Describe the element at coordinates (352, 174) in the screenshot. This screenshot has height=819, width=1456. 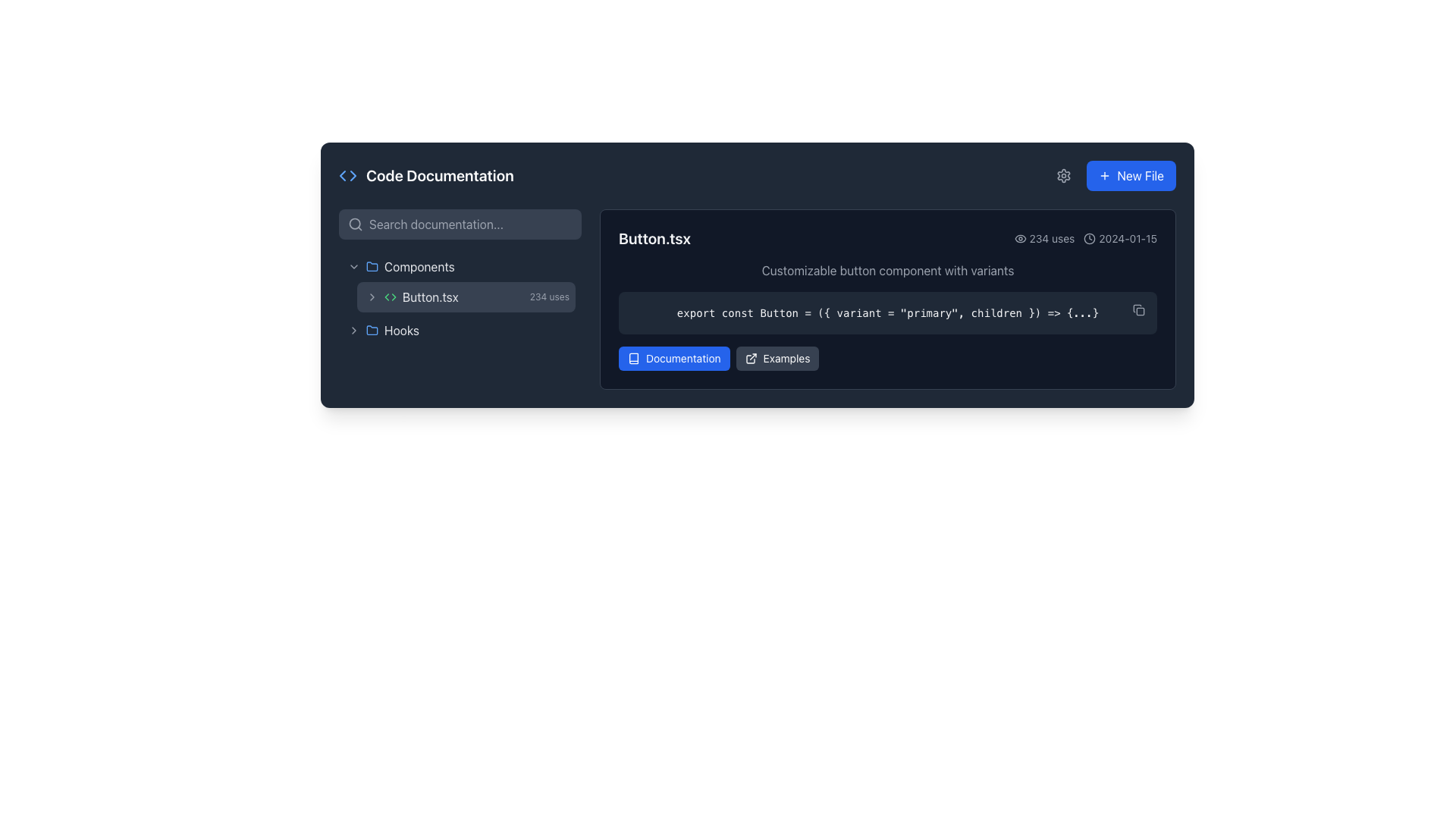
I see `the right-side part of the arrow icon located in the top left section of the interface` at that location.